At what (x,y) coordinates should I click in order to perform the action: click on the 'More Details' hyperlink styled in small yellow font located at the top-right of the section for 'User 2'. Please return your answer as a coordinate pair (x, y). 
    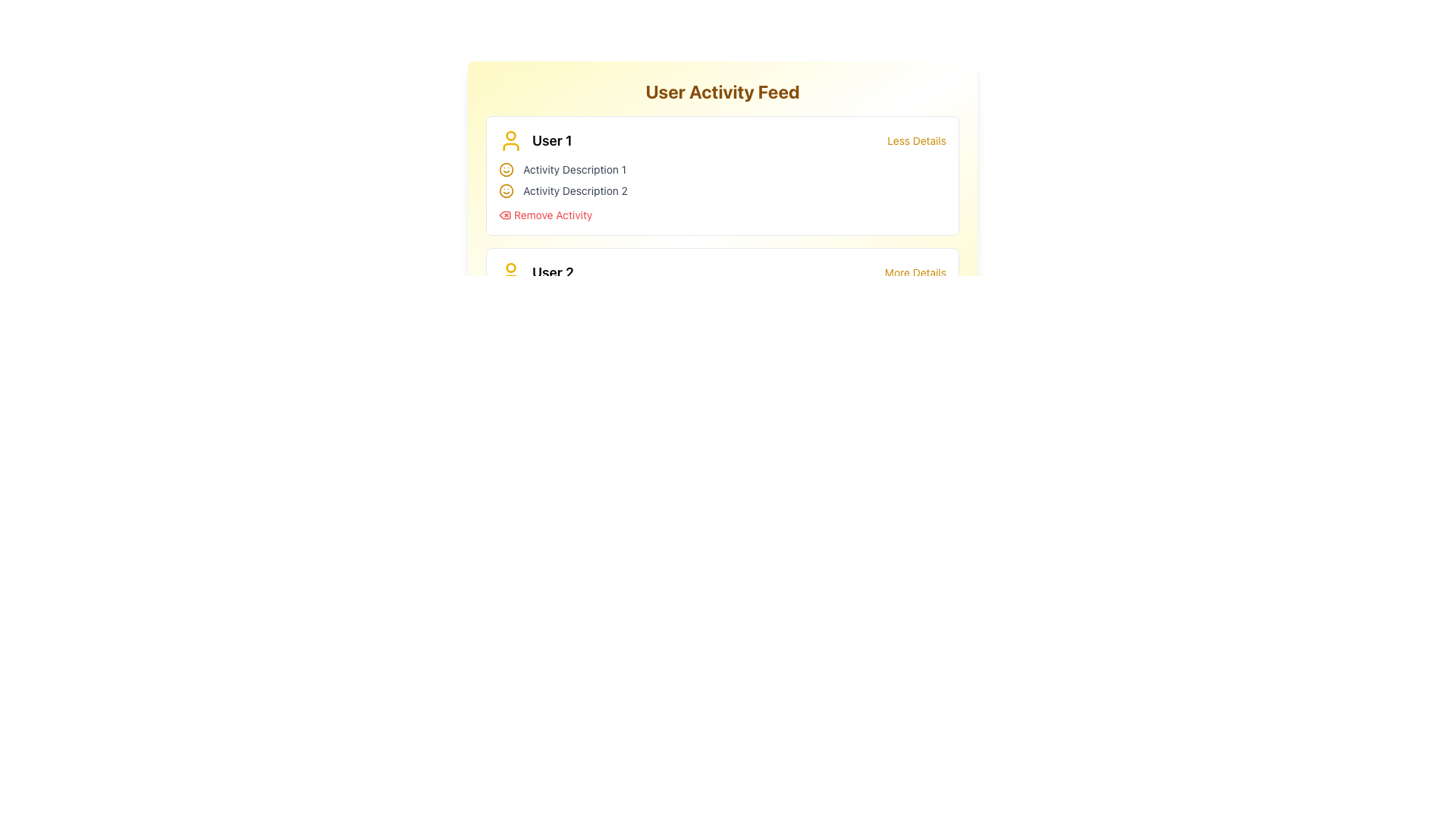
    Looking at the image, I should click on (915, 271).